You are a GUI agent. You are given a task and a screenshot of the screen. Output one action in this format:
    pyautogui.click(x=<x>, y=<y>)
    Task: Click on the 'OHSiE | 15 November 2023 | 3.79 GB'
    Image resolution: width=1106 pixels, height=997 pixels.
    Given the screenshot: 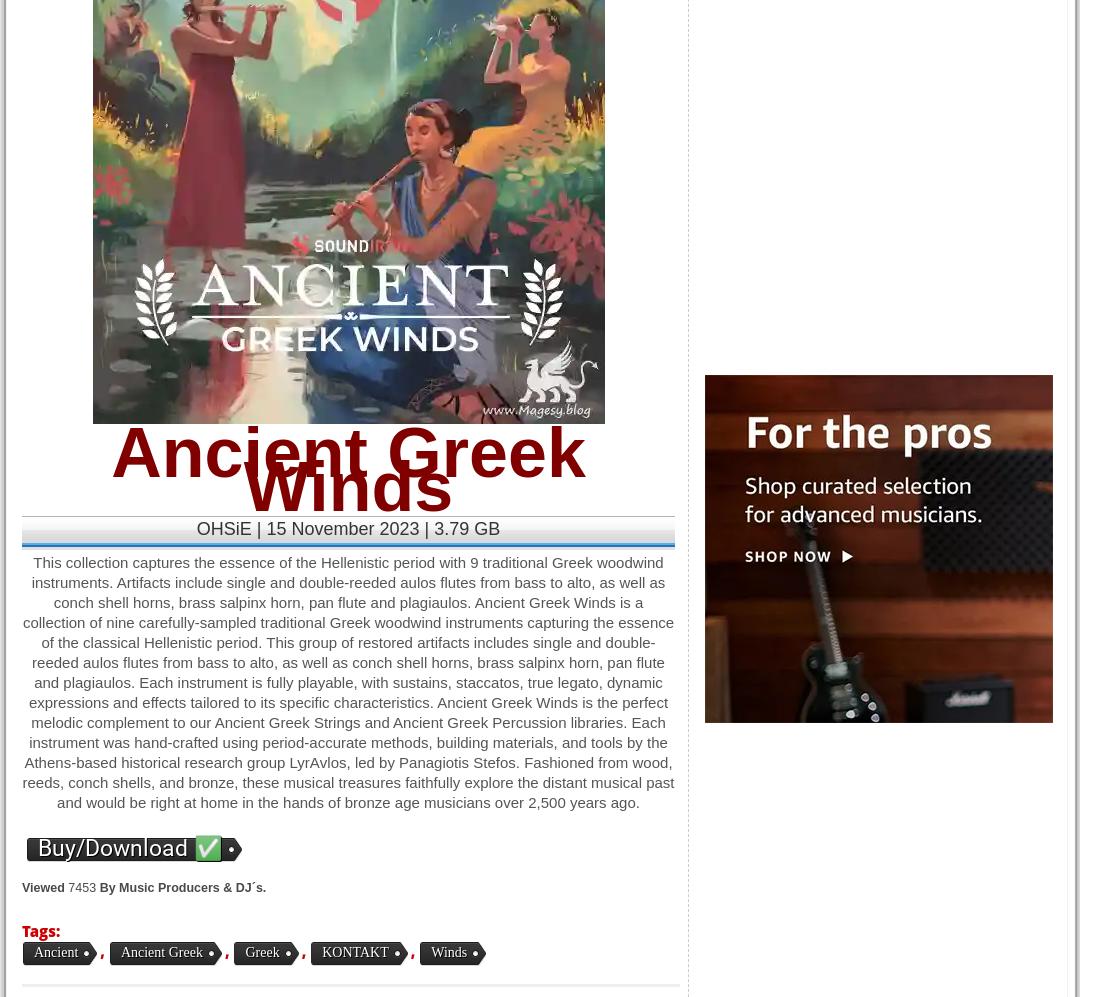 What is the action you would take?
    pyautogui.click(x=347, y=528)
    